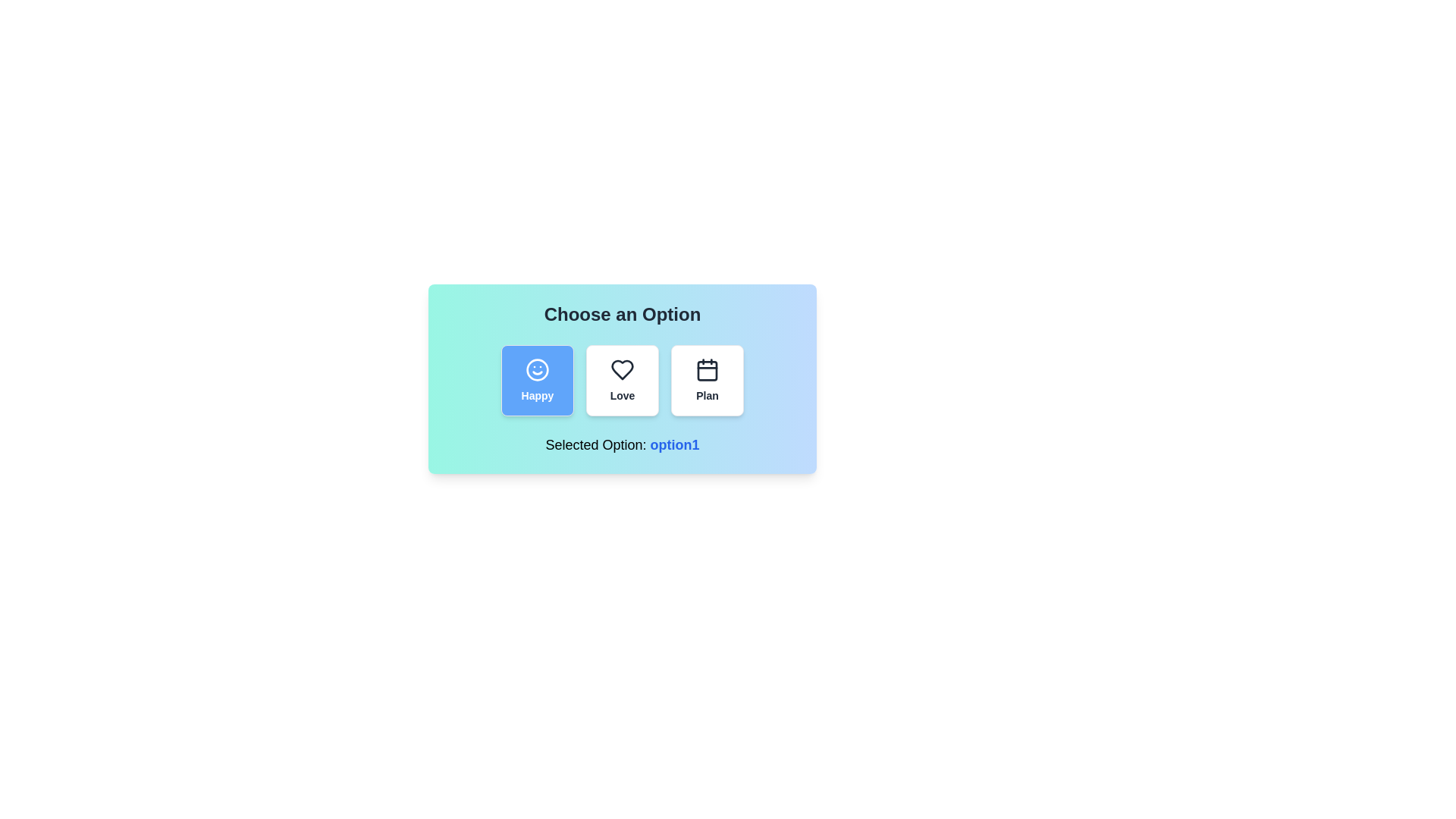 The height and width of the screenshot is (819, 1456). What do you see at coordinates (538, 379) in the screenshot?
I see `the 'Happy' button in the 'Choose an Option' group` at bounding box center [538, 379].